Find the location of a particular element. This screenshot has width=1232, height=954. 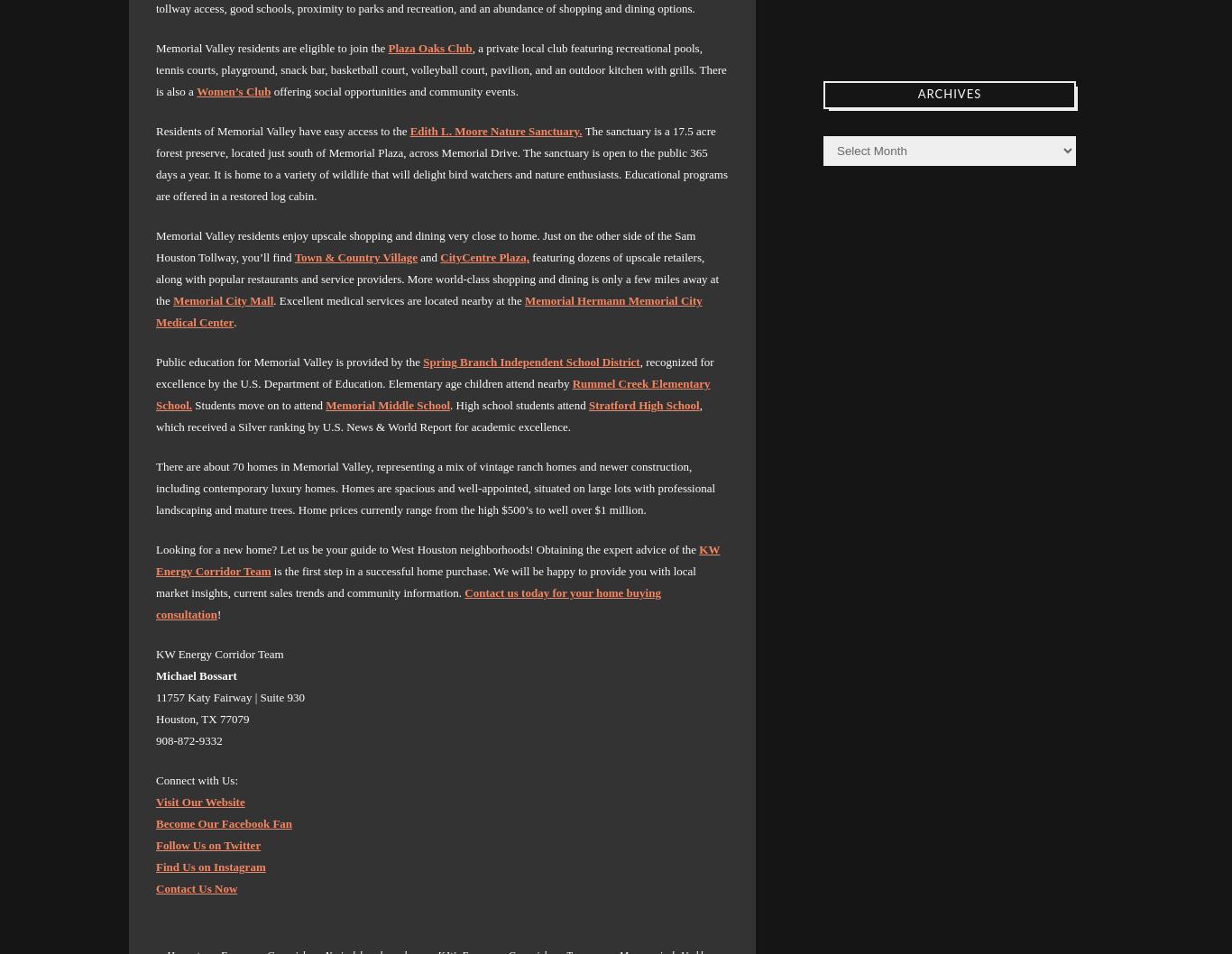

'is the first step in a successful home purchase. We will be happy to provide you with local market insights, current sales trends and community information.' is located at coordinates (154, 581).